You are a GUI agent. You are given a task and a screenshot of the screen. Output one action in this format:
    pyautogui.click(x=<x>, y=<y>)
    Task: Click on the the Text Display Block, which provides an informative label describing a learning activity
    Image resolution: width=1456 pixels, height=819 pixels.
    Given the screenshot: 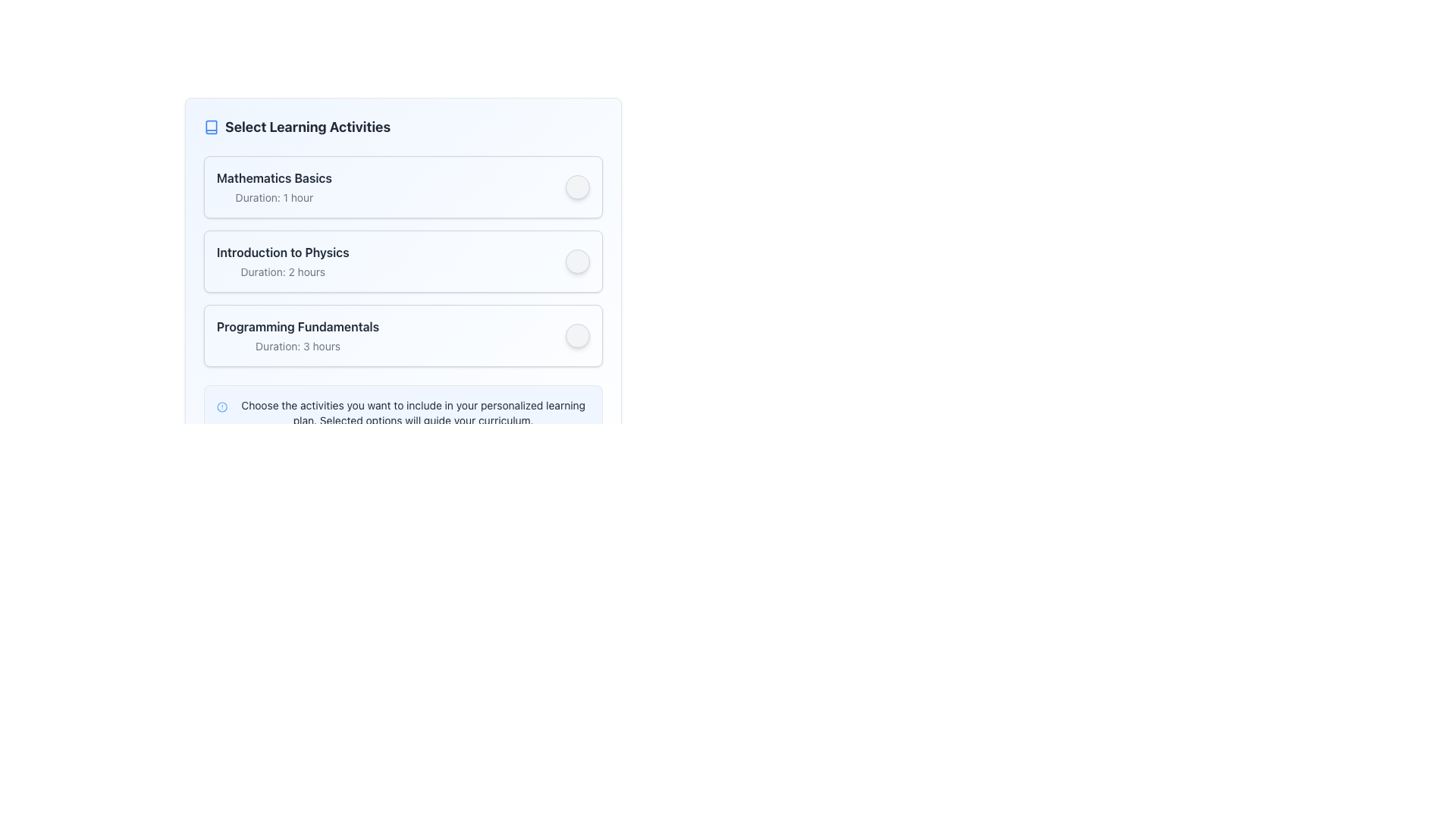 What is the action you would take?
    pyautogui.click(x=298, y=335)
    